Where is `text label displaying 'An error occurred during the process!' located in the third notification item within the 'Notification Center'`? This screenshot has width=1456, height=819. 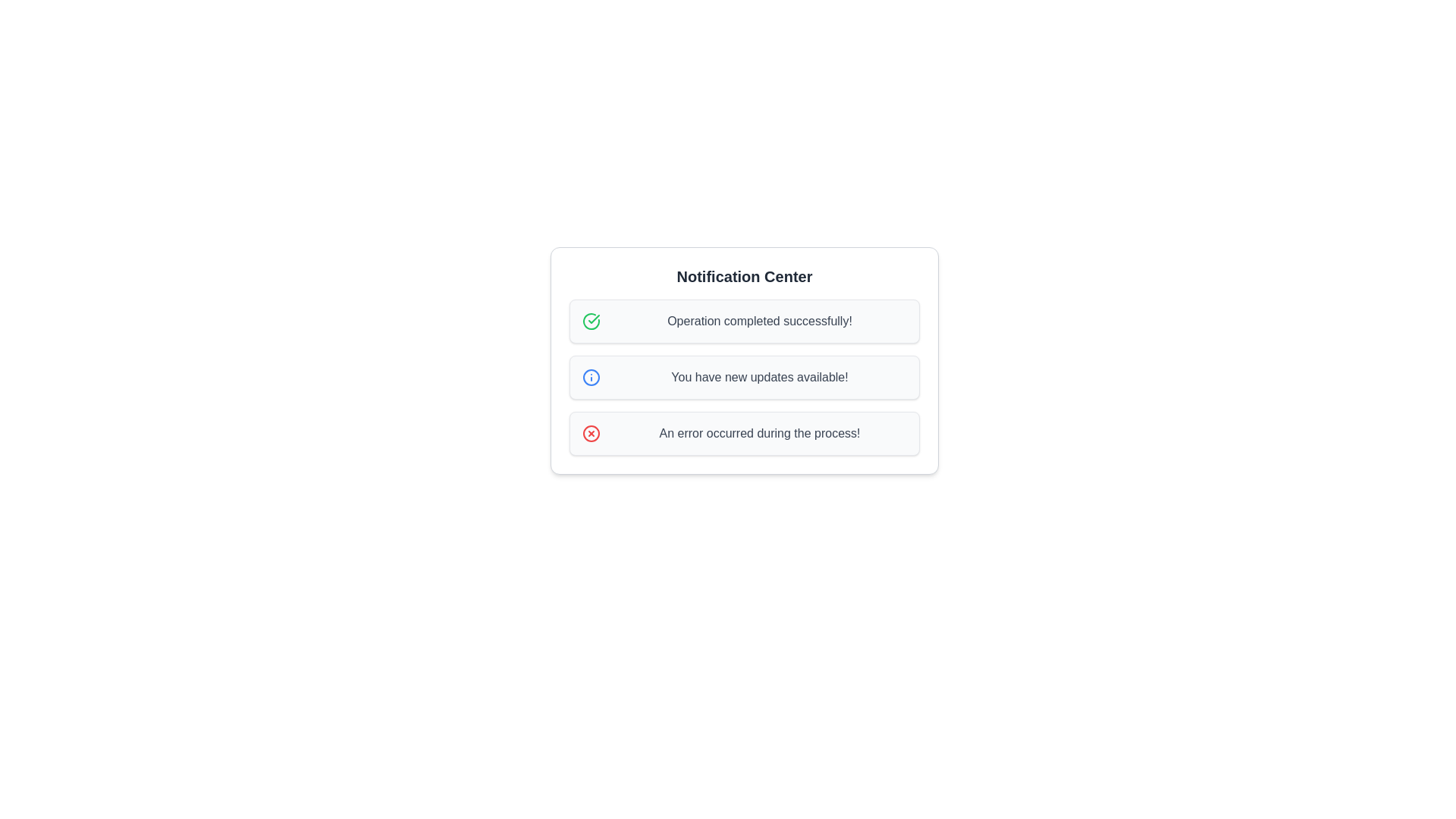 text label displaying 'An error occurred during the process!' located in the third notification item within the 'Notification Center' is located at coordinates (760, 433).